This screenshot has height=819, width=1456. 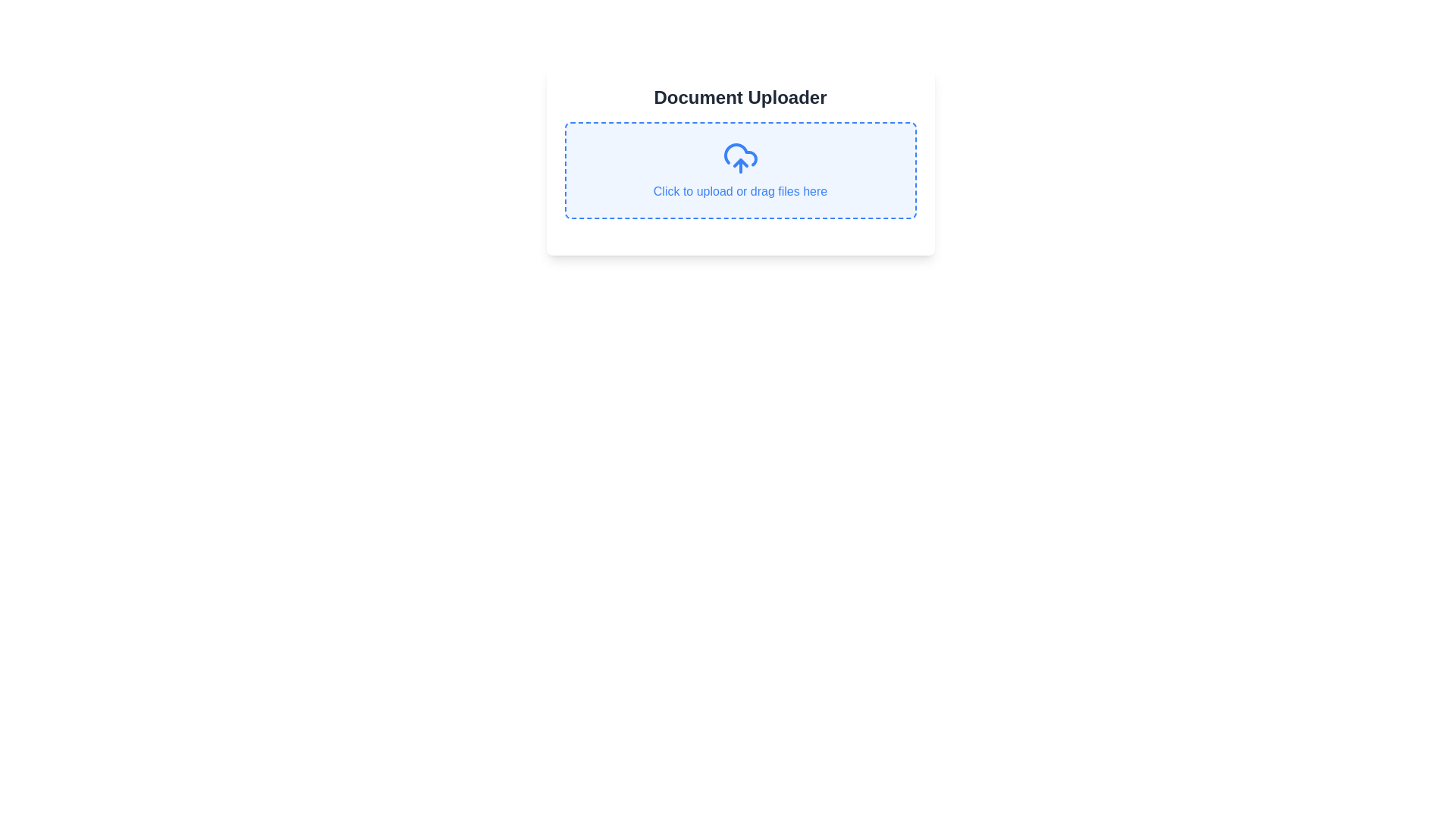 I want to click on the text element that provides instructions for users to upload files, which is located below an upload icon in the upload box, so click(x=740, y=191).